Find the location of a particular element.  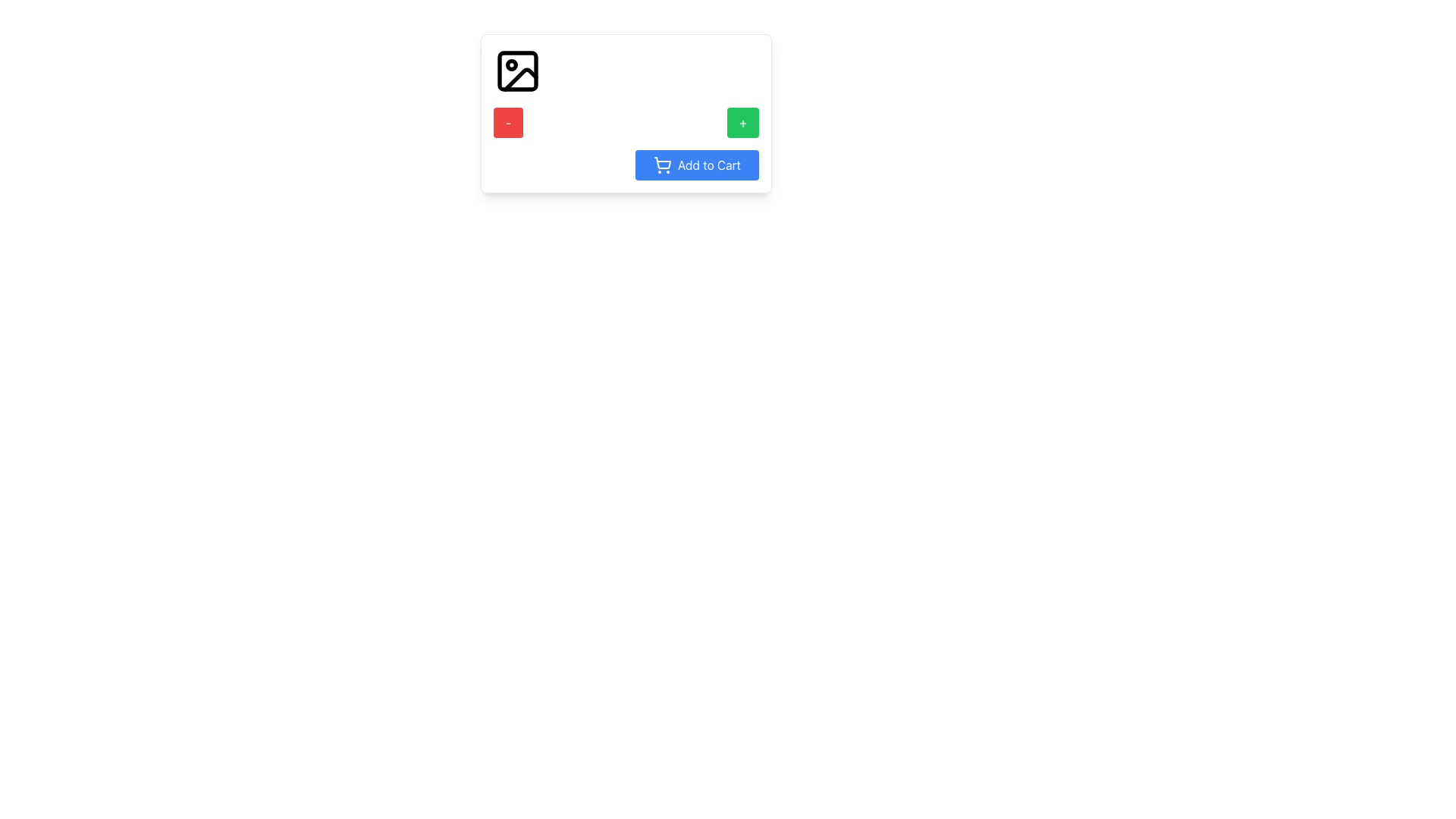

the Decorative Rectangle, which serves as a background or frame within the icon, positioned in the top-left corner of the larger image frame icon is located at coordinates (517, 71).